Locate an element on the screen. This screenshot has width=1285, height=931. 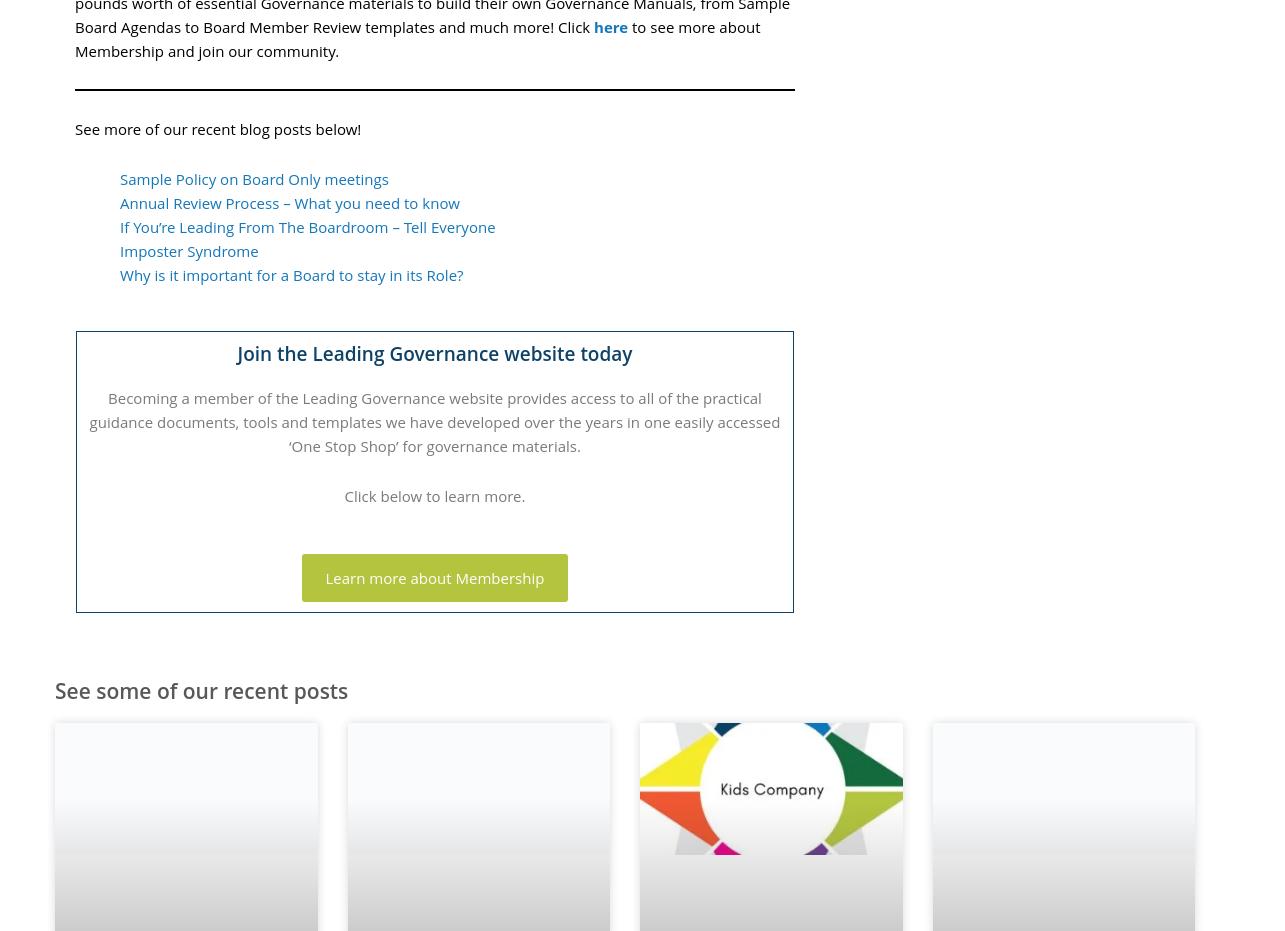
'Why is it important for a Board to stay in its Role?' is located at coordinates (120, 274).